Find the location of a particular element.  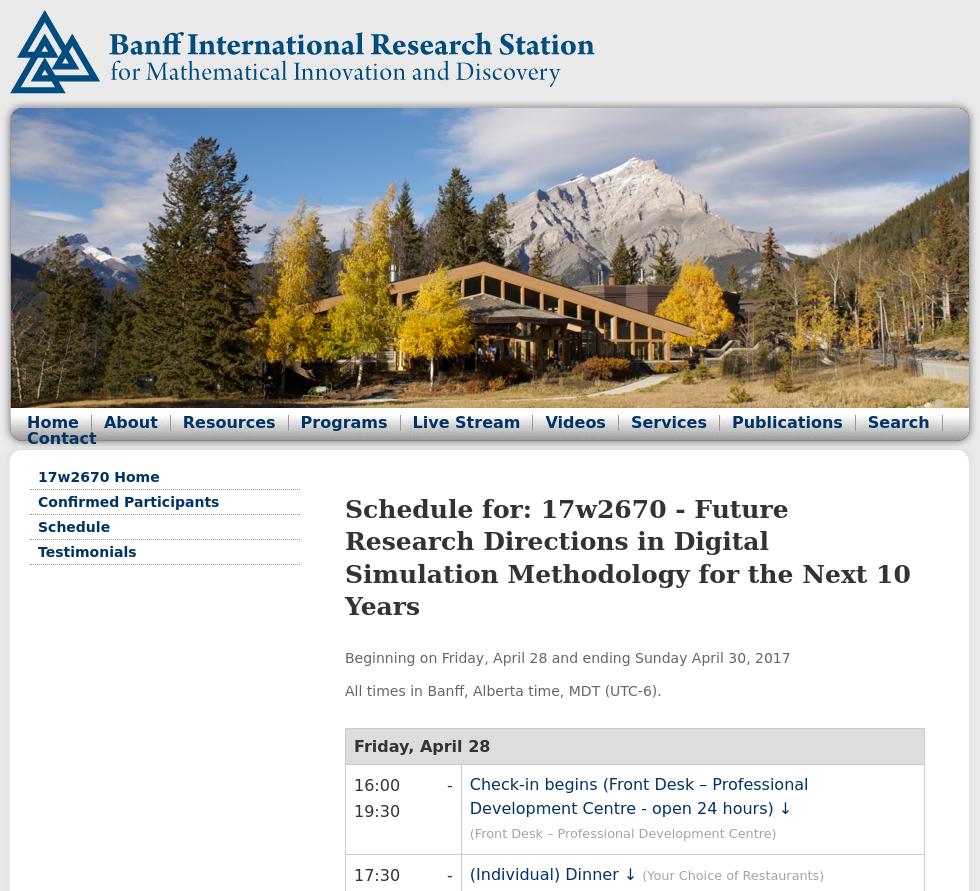

'Beginning on Friday, April 28 and ending Sunday April 30, 2017' is located at coordinates (567, 656).